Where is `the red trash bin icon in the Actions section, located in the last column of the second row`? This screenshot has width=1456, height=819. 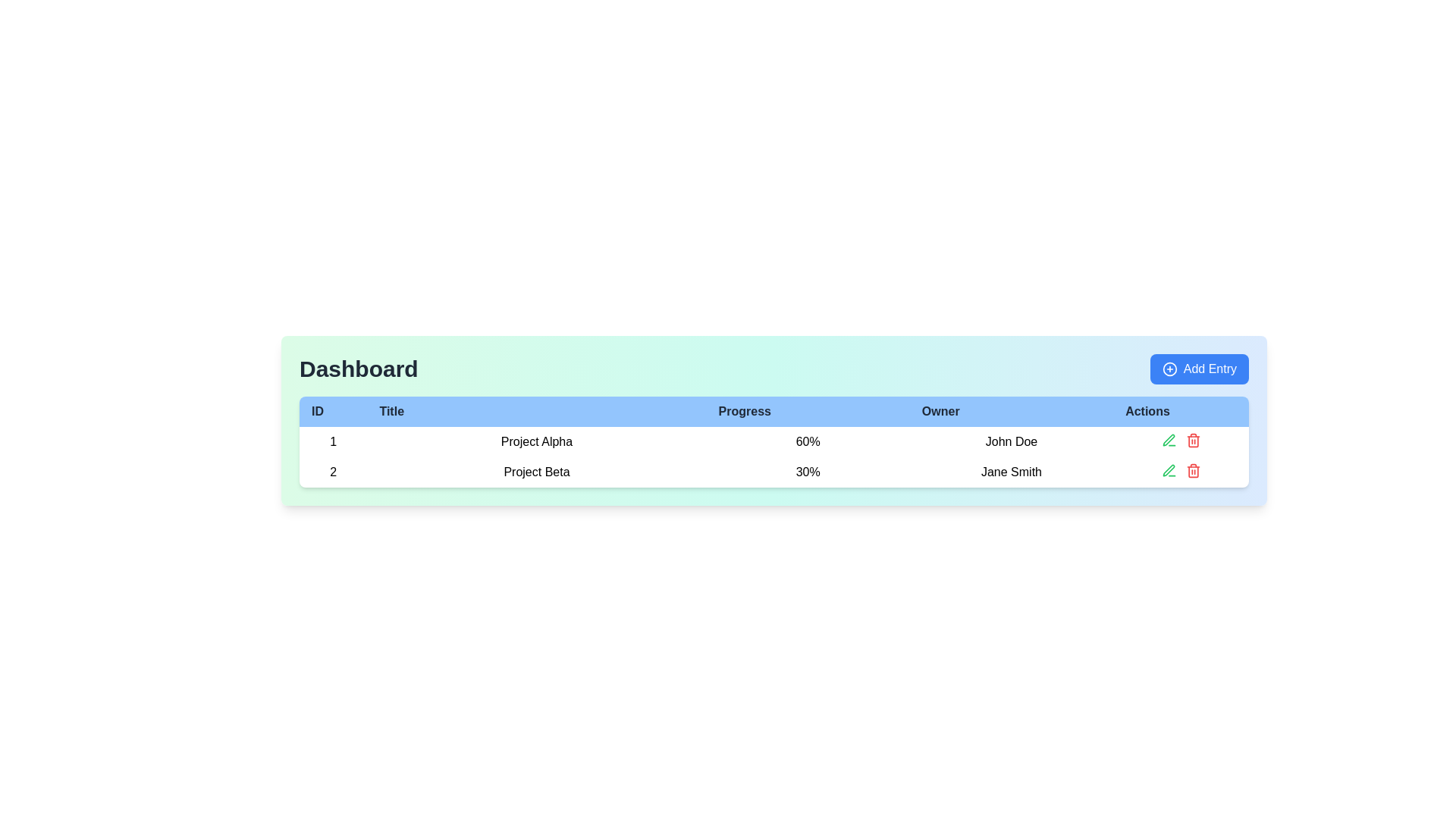
the red trash bin icon in the Actions section, located in the last column of the second row is located at coordinates (1192, 470).